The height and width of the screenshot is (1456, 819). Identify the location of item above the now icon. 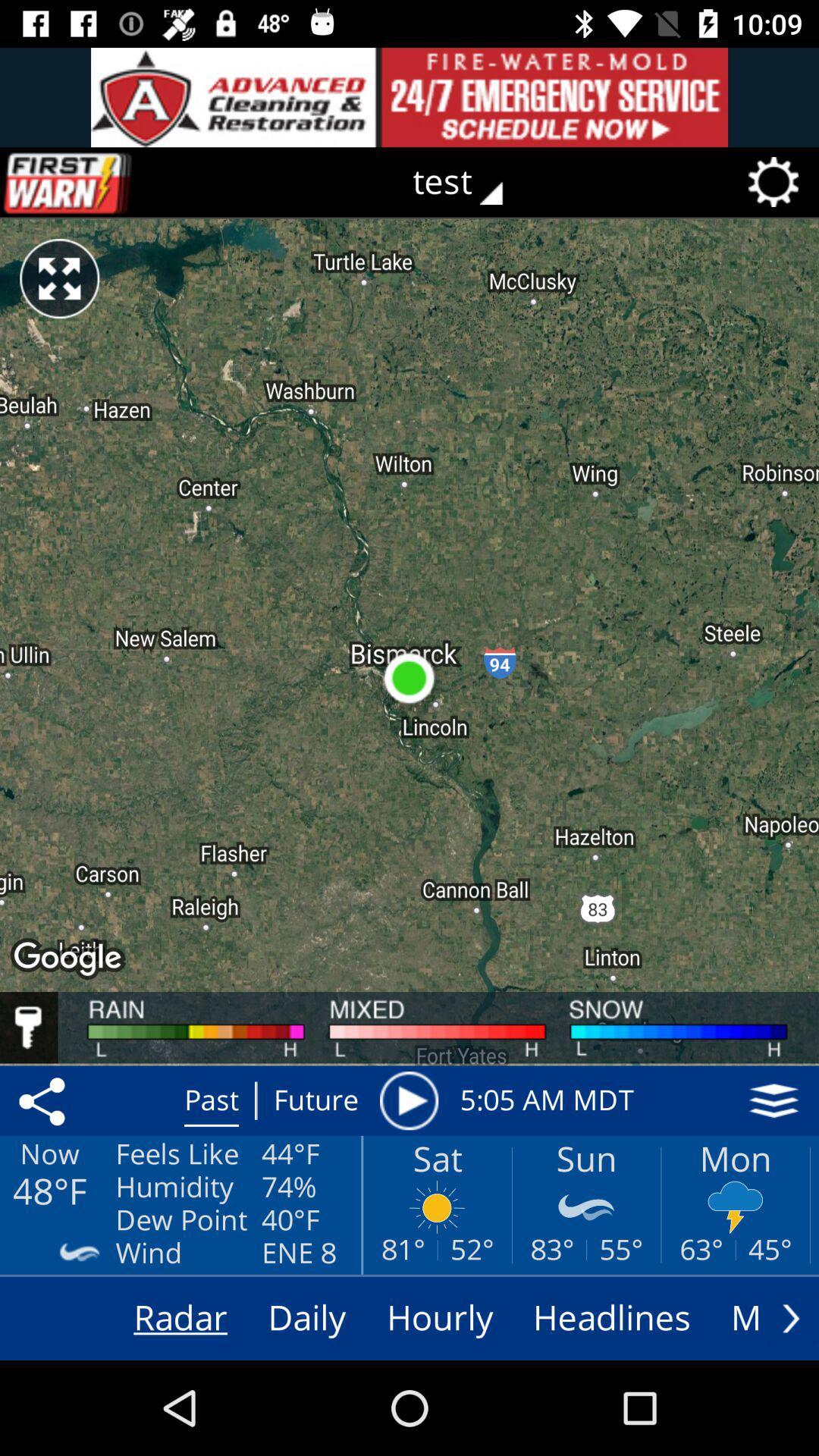
(44, 1100).